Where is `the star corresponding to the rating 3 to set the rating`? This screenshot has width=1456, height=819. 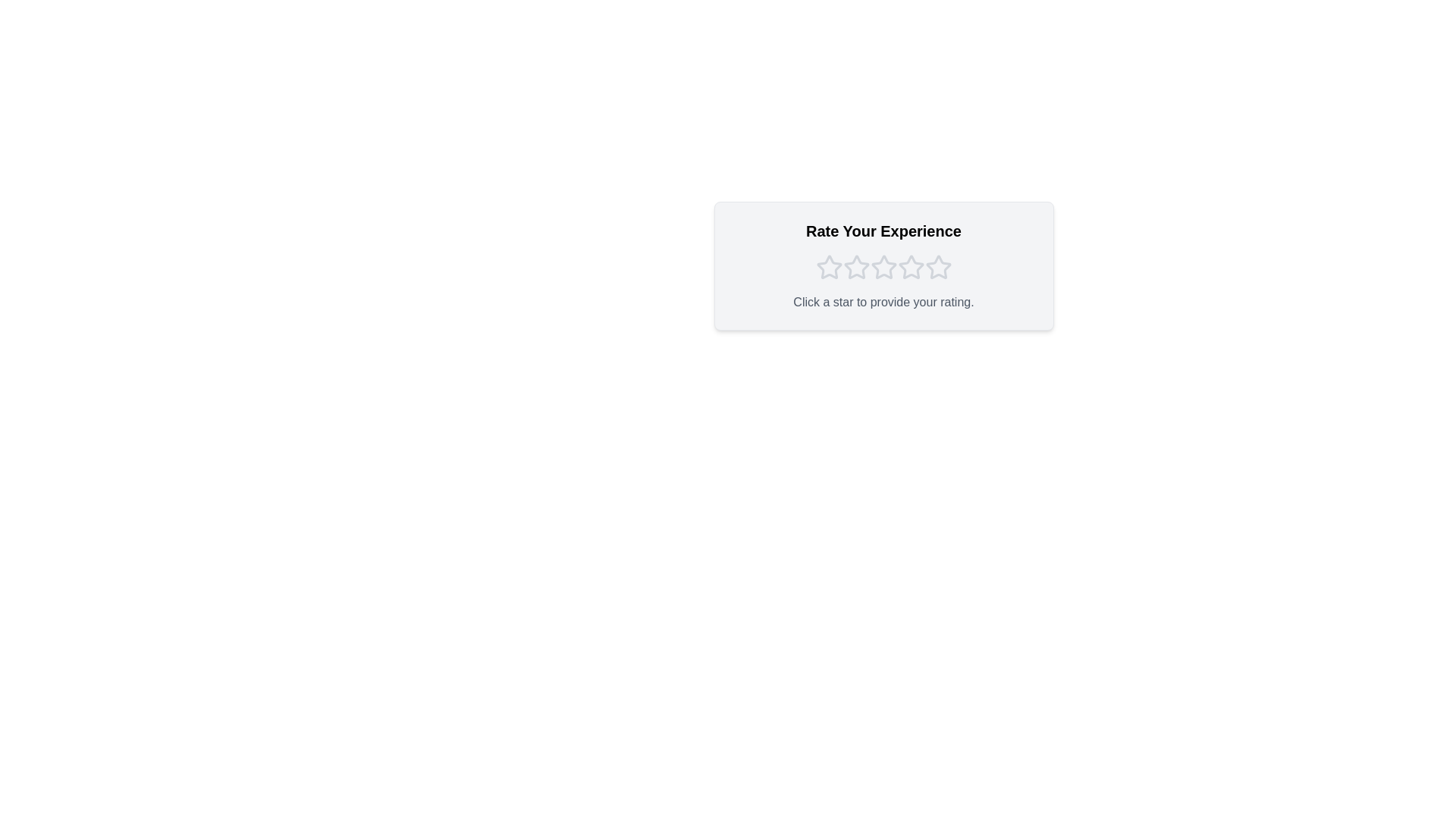
the star corresponding to the rating 3 to set the rating is located at coordinates (883, 267).